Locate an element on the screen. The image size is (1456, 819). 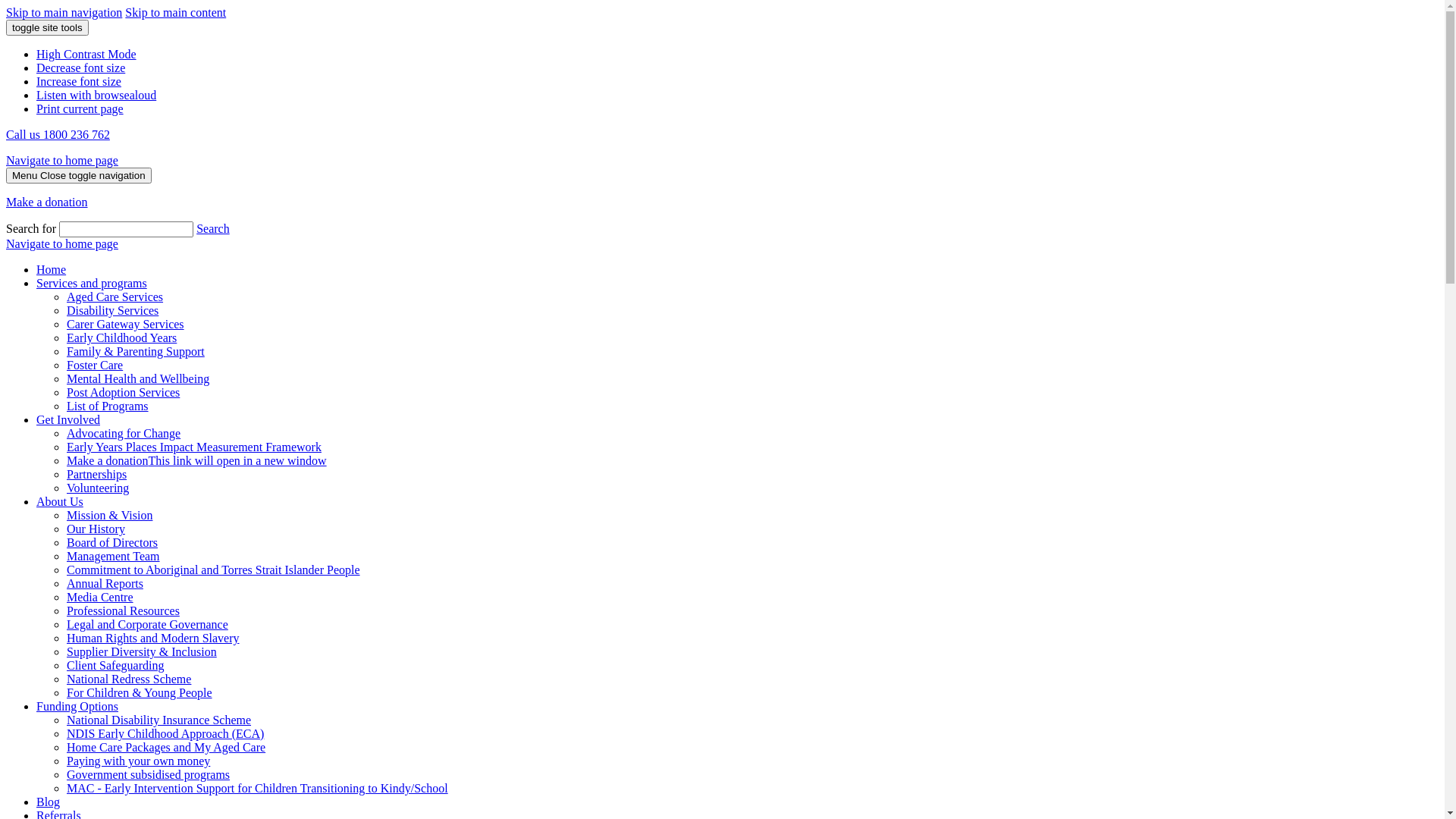
'Foster Care' is located at coordinates (93, 365).